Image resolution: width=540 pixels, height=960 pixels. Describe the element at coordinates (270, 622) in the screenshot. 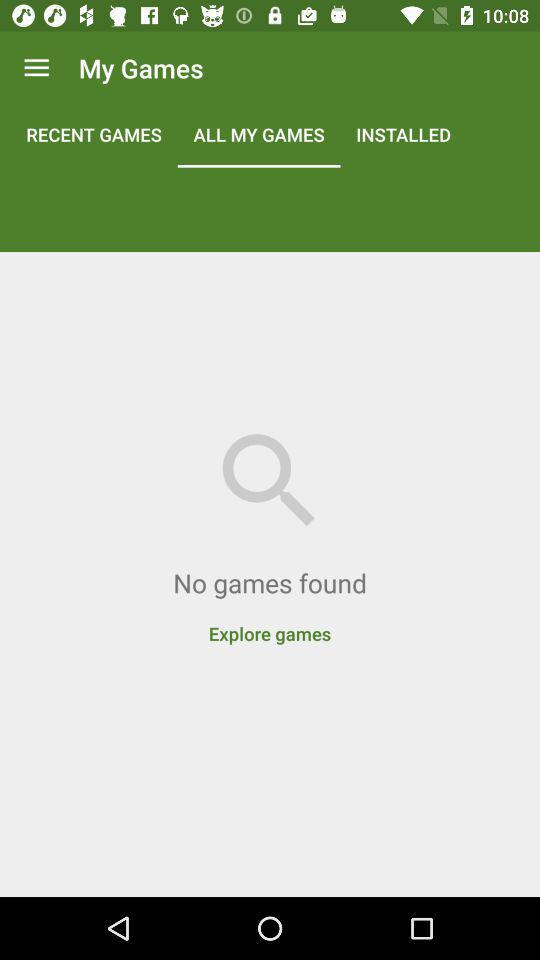

I see `the icon below the no games found item` at that location.